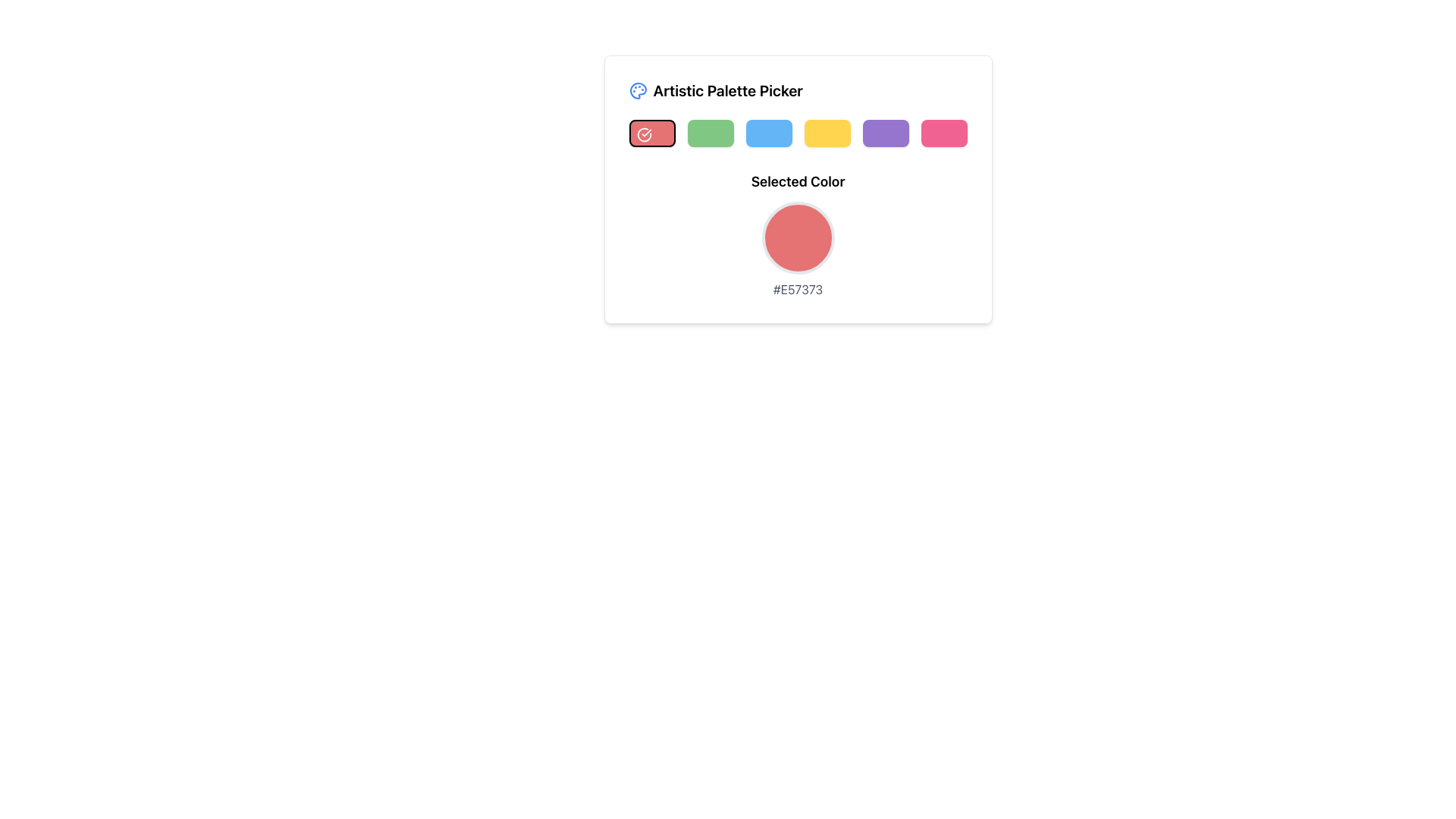 The image size is (1456, 819). I want to click on the highlighted color option in the 'Artistic Palette Picker' section, so click(797, 133).